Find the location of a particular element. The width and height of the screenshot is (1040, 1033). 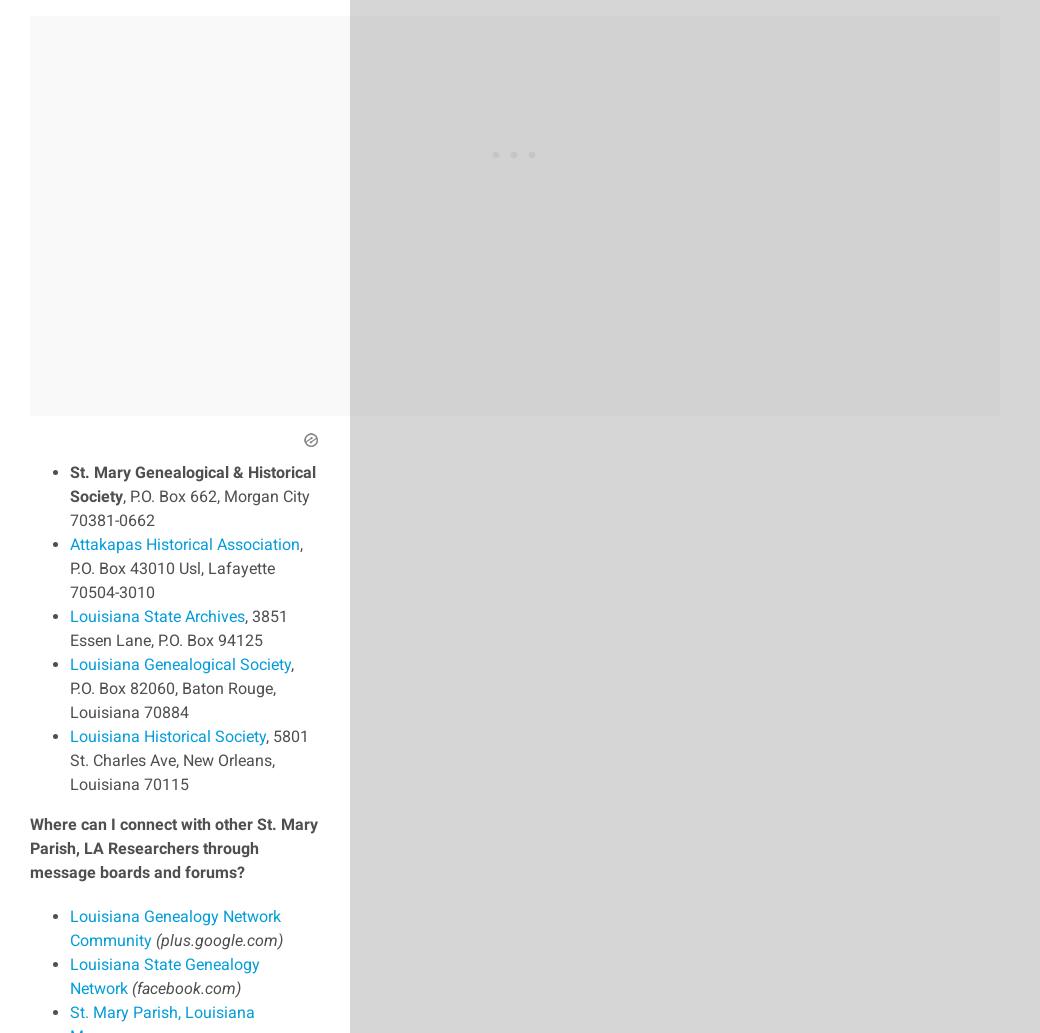

'Louisiana Genealogy Network Community' is located at coordinates (68, 926).